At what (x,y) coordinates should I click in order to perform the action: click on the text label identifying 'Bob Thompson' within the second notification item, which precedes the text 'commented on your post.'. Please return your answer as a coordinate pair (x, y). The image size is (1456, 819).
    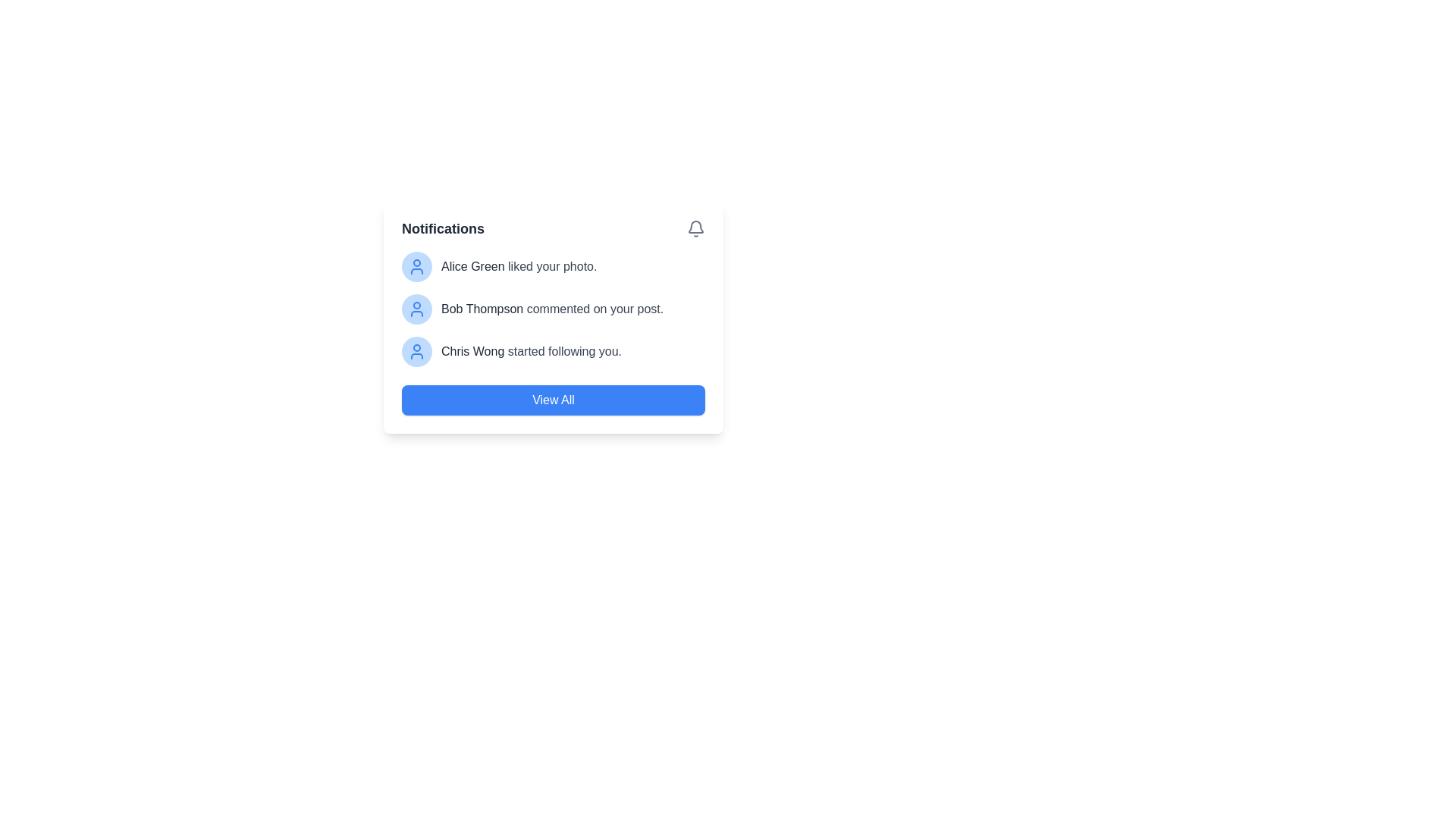
    Looking at the image, I should click on (482, 308).